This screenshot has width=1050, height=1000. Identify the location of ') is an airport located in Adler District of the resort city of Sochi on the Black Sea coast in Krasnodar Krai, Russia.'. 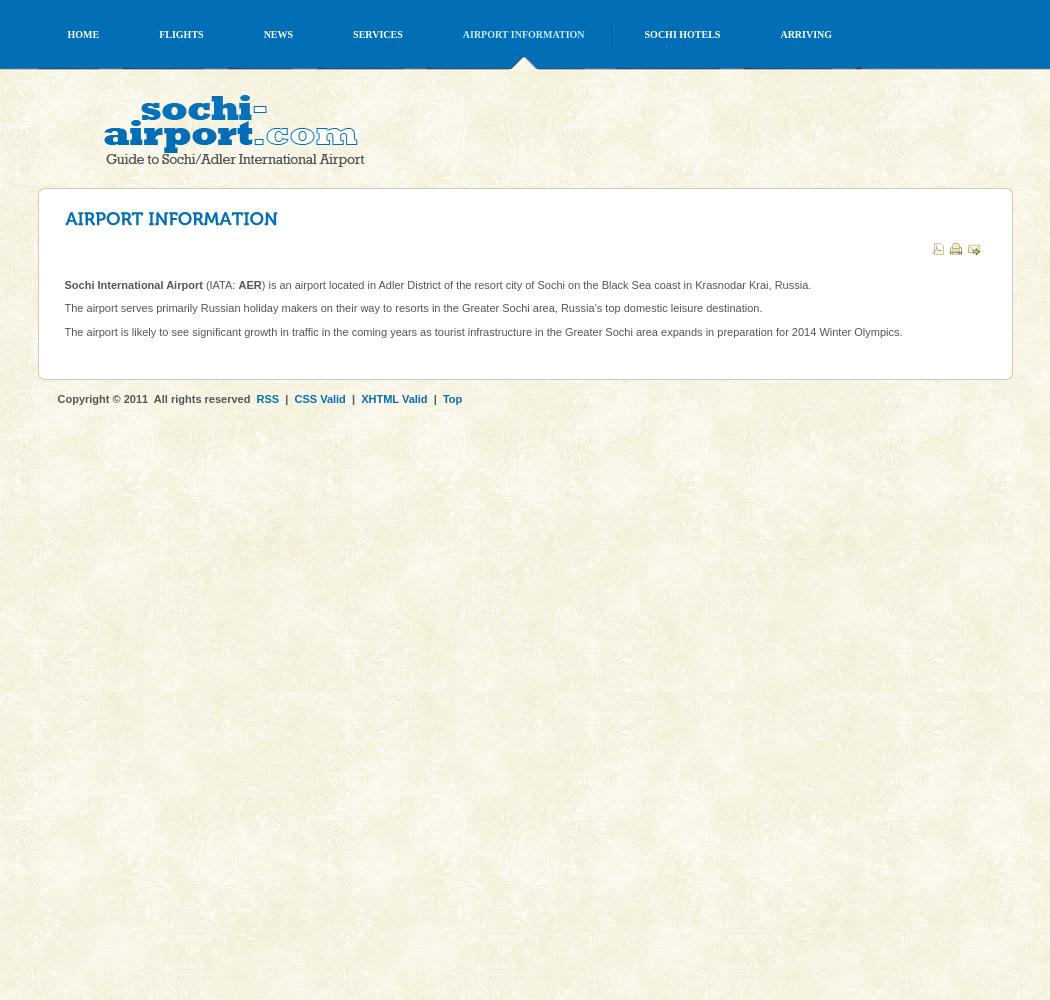
(536, 284).